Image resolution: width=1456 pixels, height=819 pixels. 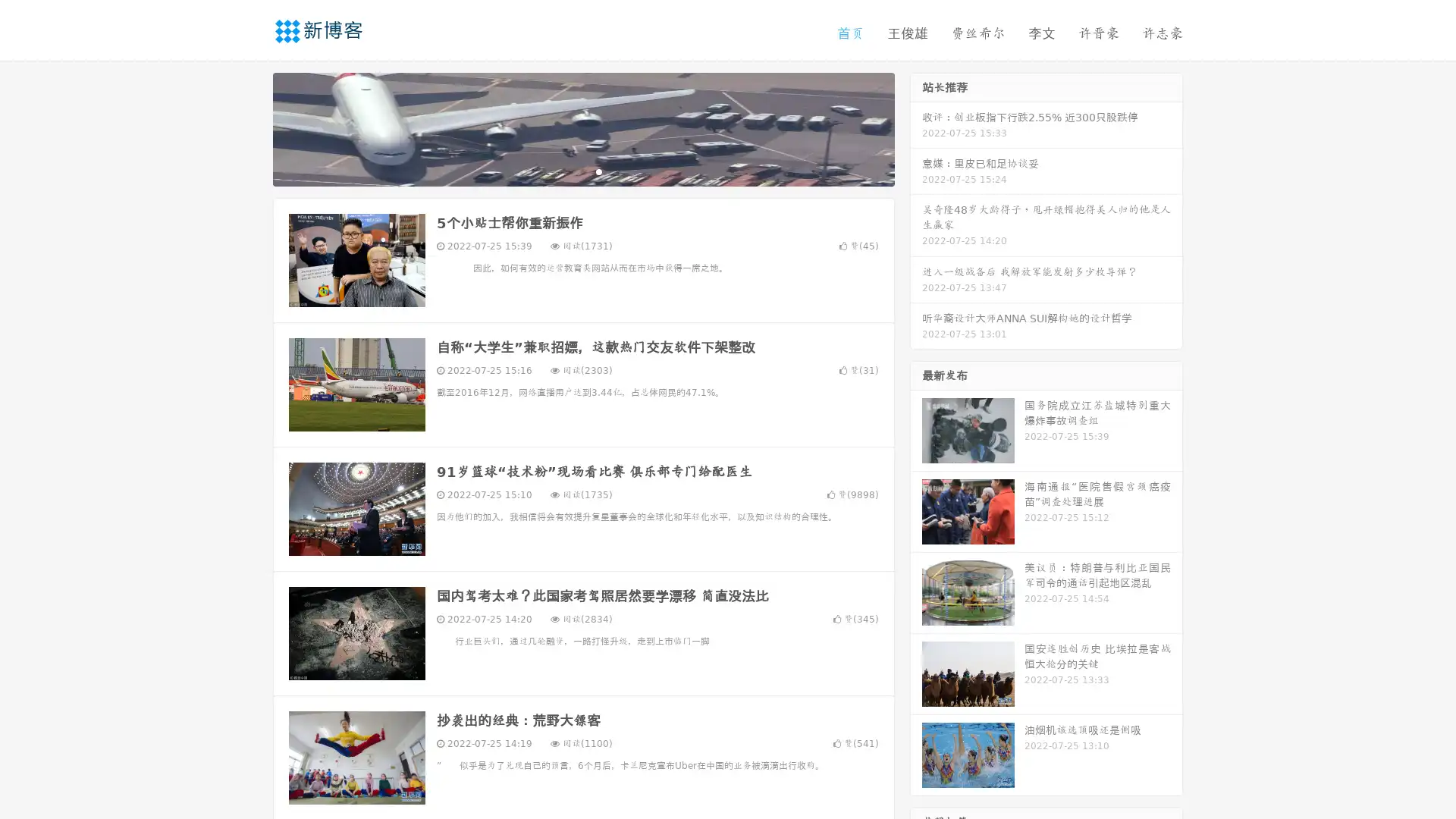 I want to click on Go to slide 2, so click(x=582, y=171).